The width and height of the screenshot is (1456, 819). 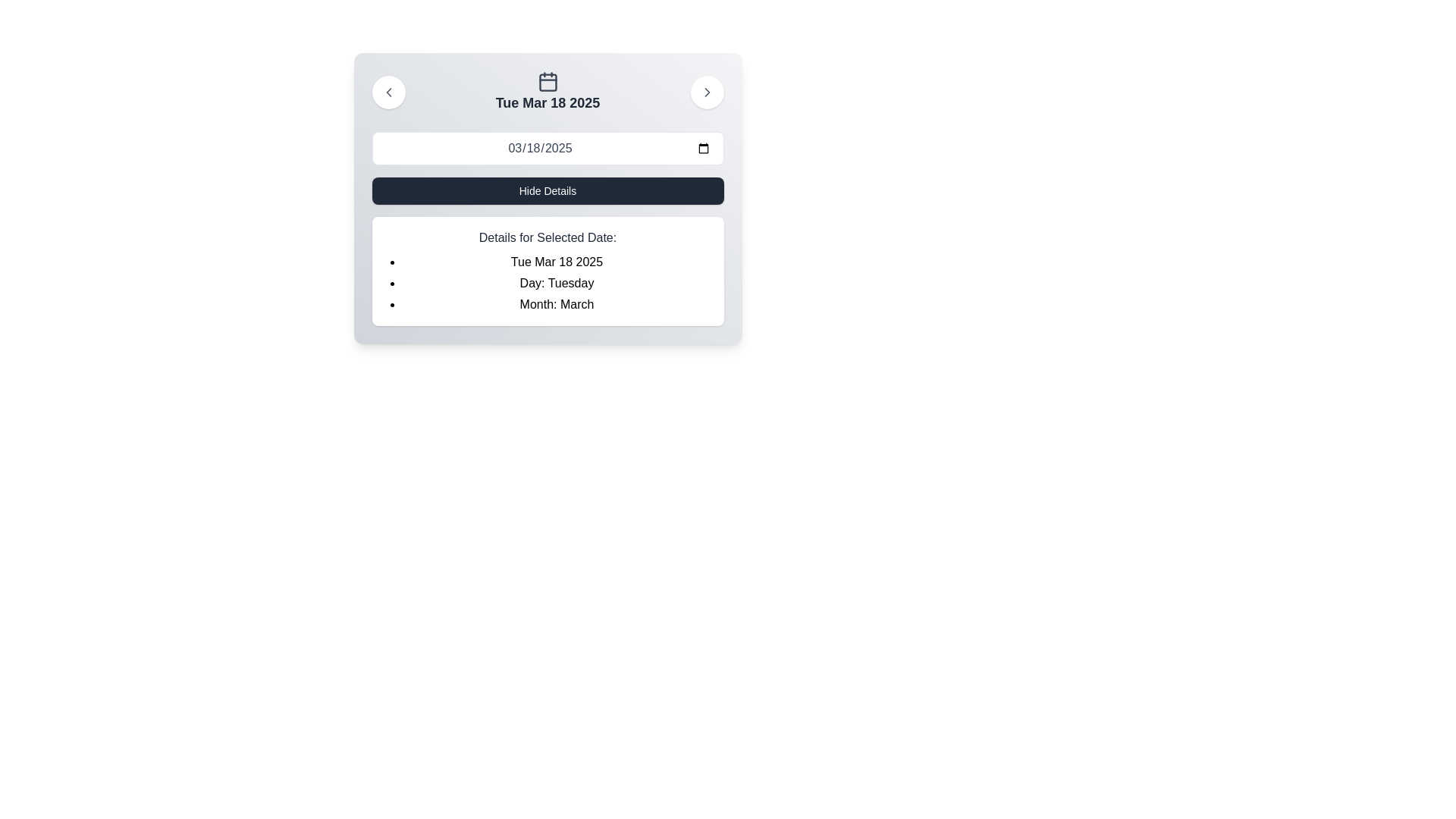 I want to click on the light gray rectangle within the calendar icon, which is located at the center part of the calendar layout, so click(x=547, y=83).